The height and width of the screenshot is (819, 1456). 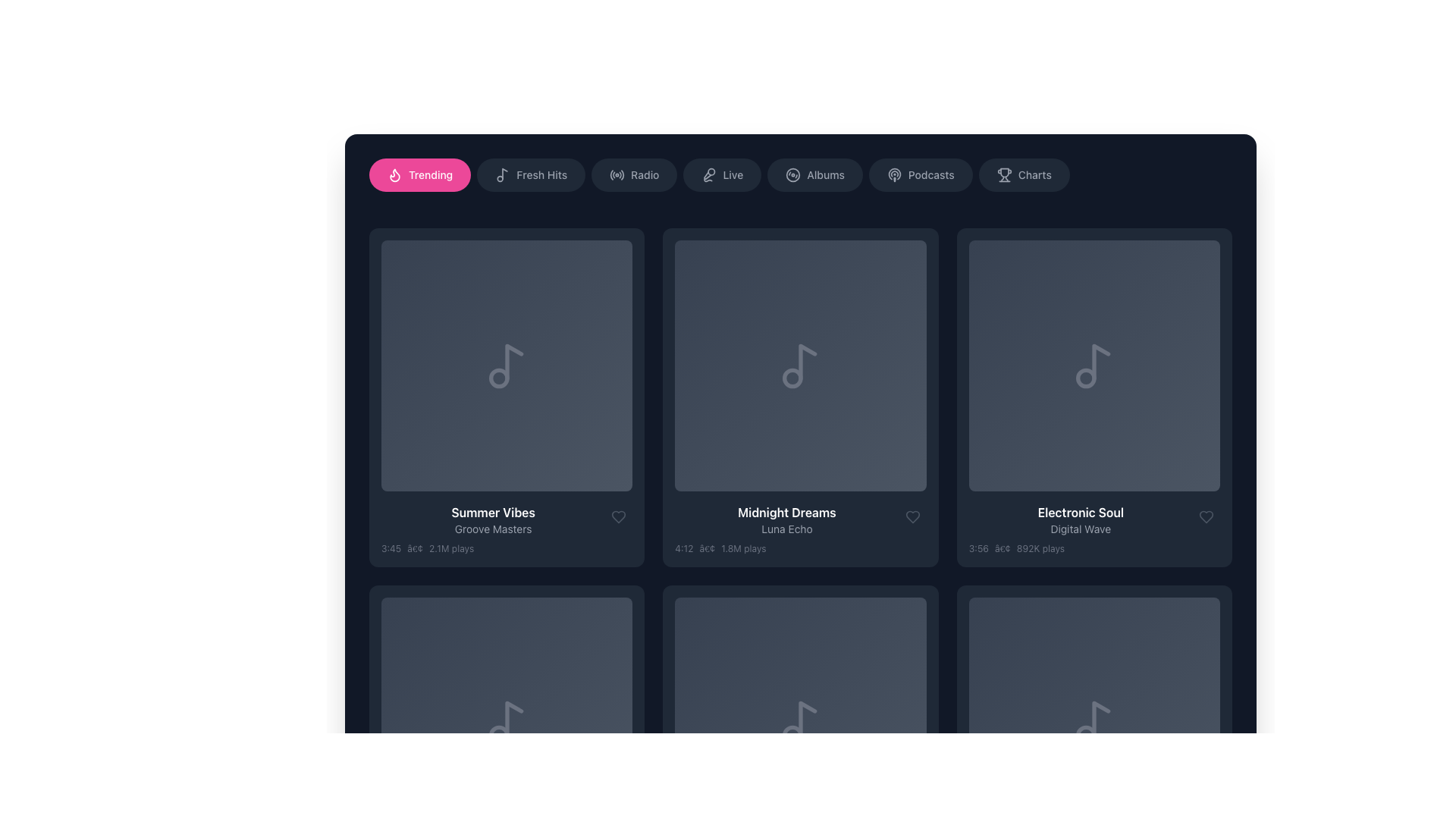 What do you see at coordinates (415, 549) in the screenshot?
I see `the textual separator symbol, which is a small gray bullet point located between the duration text ('3:45') and the play count text ('2.1M plays')` at bounding box center [415, 549].